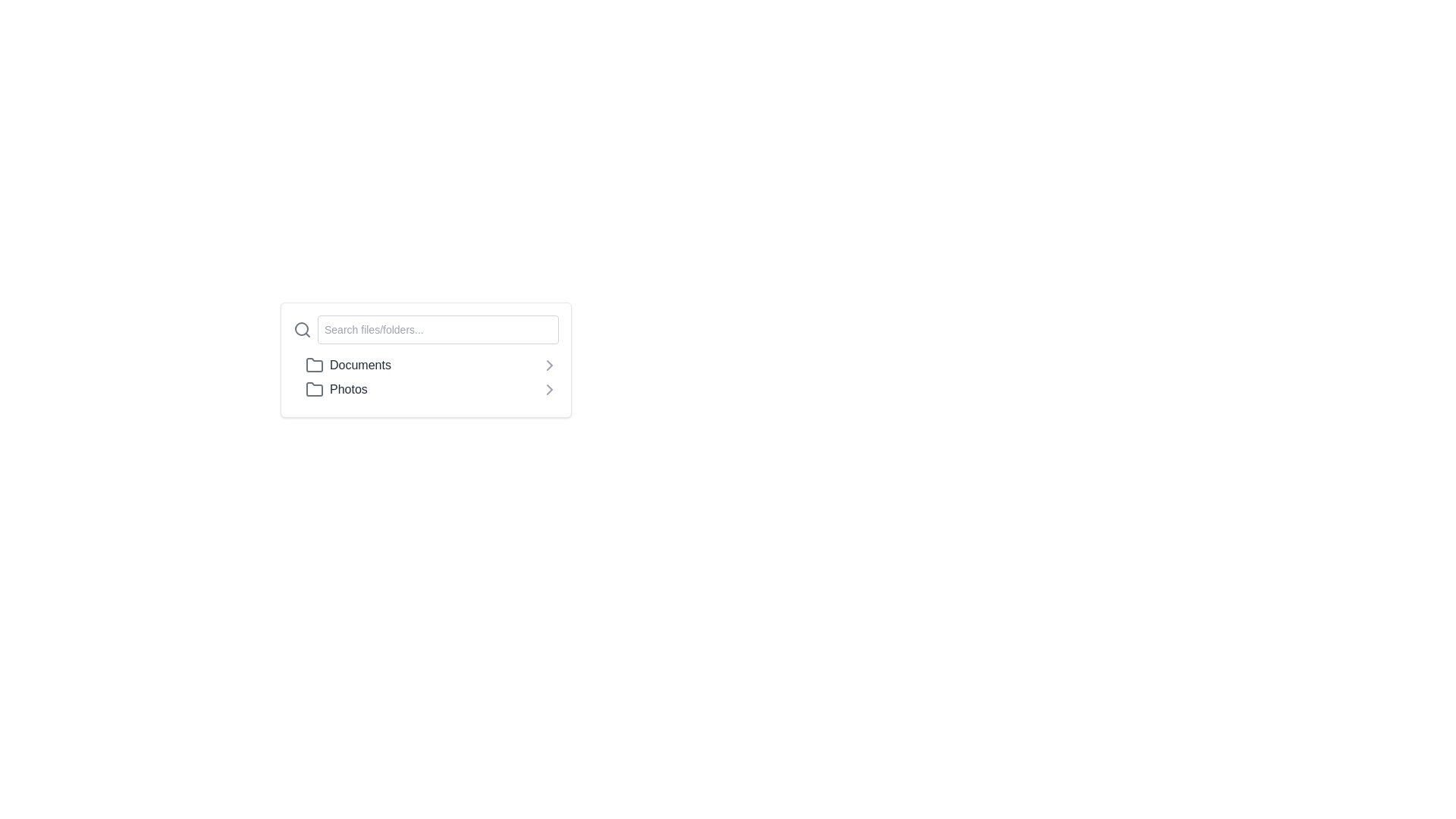  Describe the element at coordinates (548, 366) in the screenshot. I see `the triangular arrow icon indicating navigation to the right, located next to the 'Photos' list item in the file-navigation interface` at that location.